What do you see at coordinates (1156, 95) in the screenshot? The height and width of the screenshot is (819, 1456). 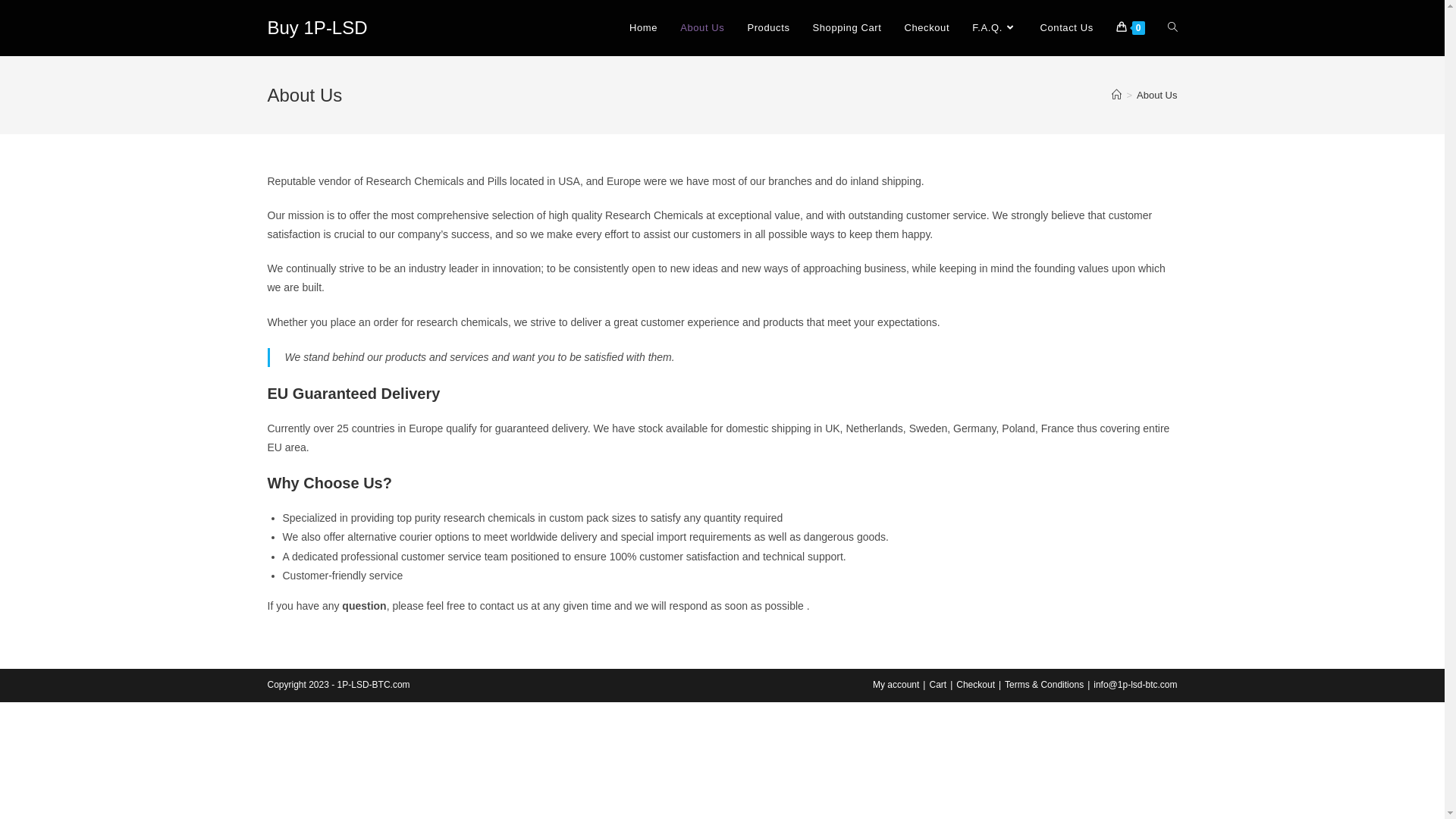 I see `'About Us'` at bounding box center [1156, 95].